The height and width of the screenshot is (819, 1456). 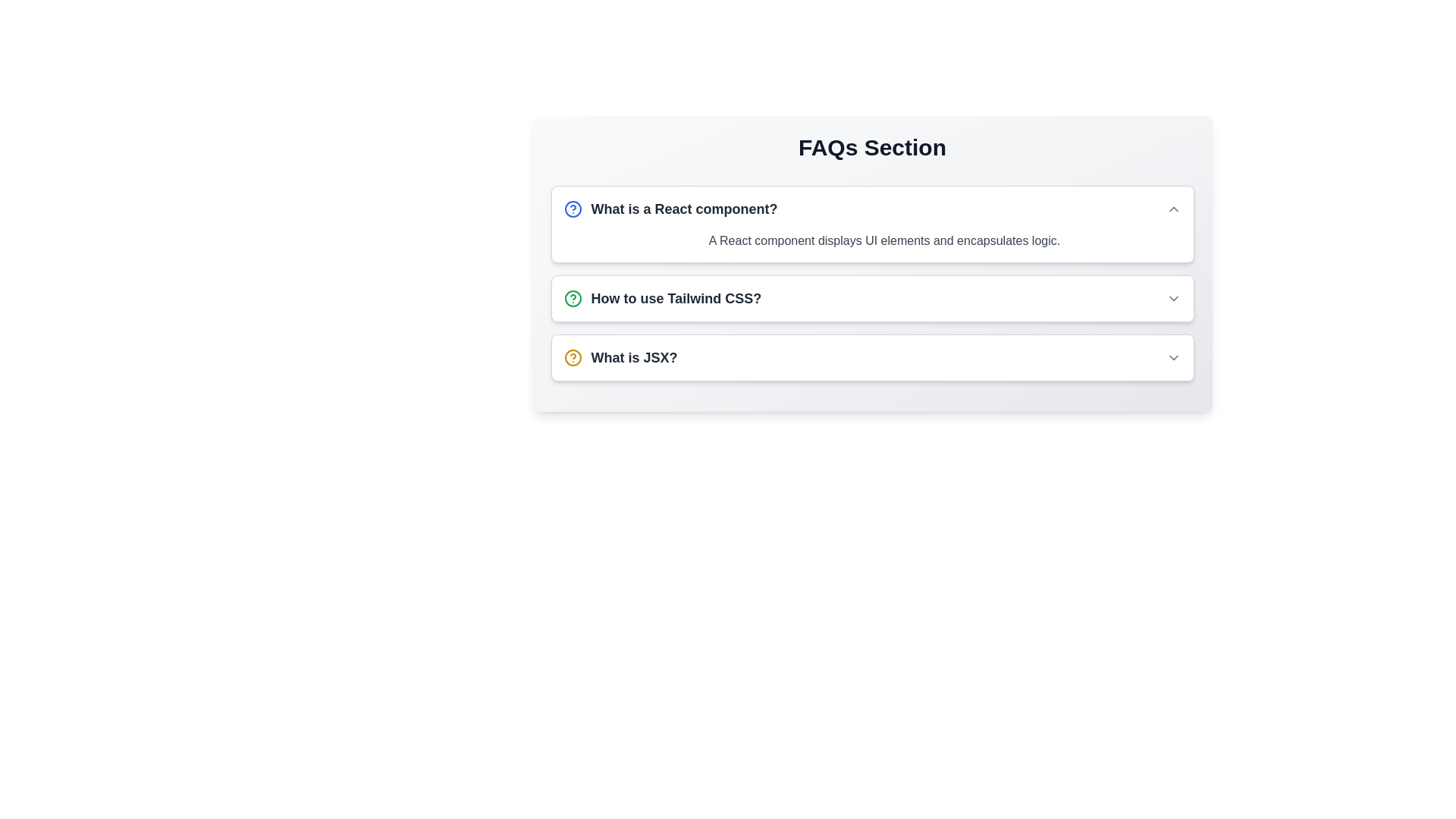 What do you see at coordinates (1172, 298) in the screenshot?
I see `the downward-facing gray chevron icon located on the far right of the 'How to use Tailwind CSS?' question box in the FAQs section` at bounding box center [1172, 298].